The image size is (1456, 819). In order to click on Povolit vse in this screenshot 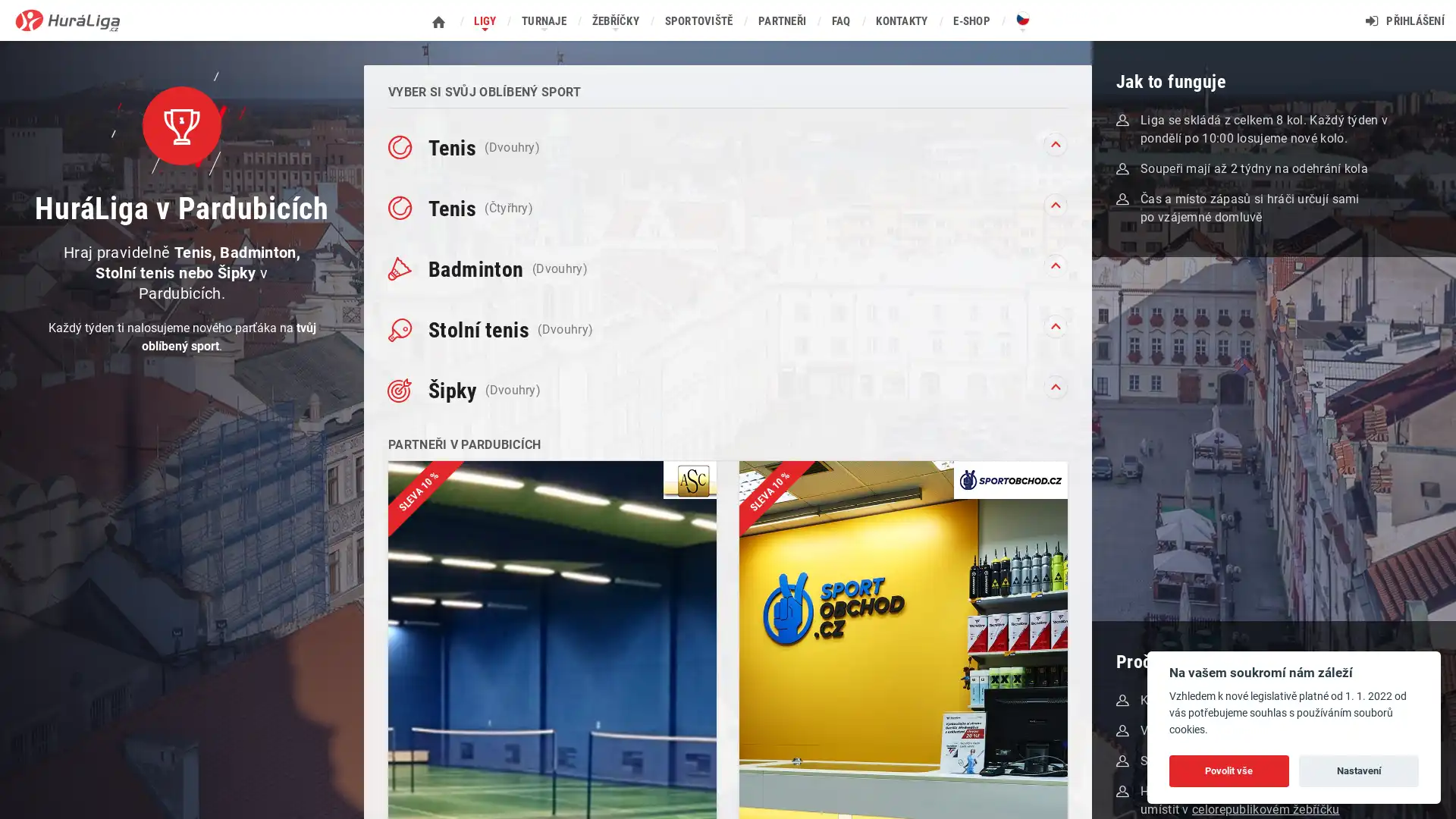, I will do `click(1228, 770)`.